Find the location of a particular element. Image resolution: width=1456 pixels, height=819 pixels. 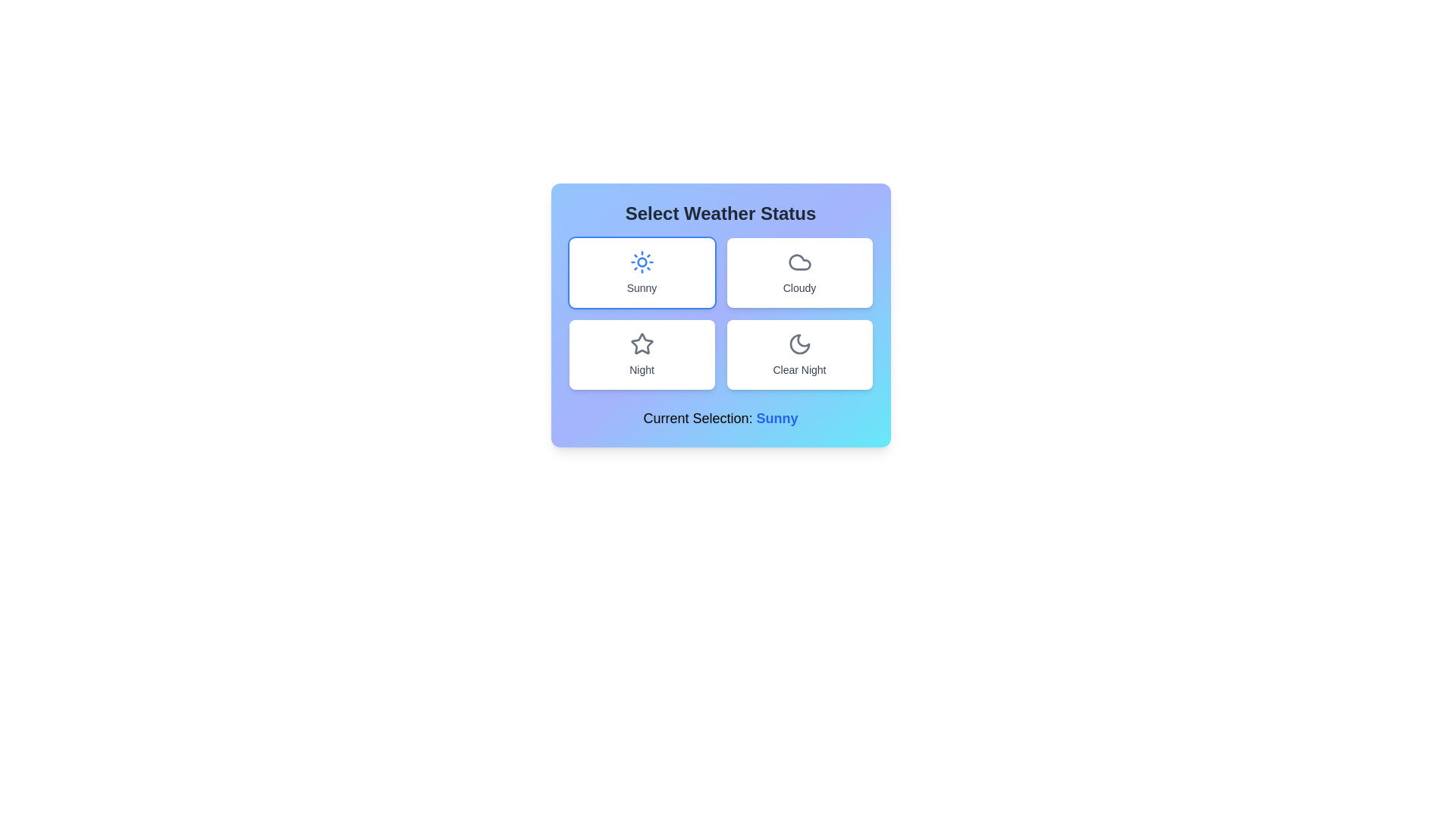

the text label displaying 'Night', which is centrally positioned below the star icon in the bottom-left quadrant of the interface is located at coordinates (642, 370).